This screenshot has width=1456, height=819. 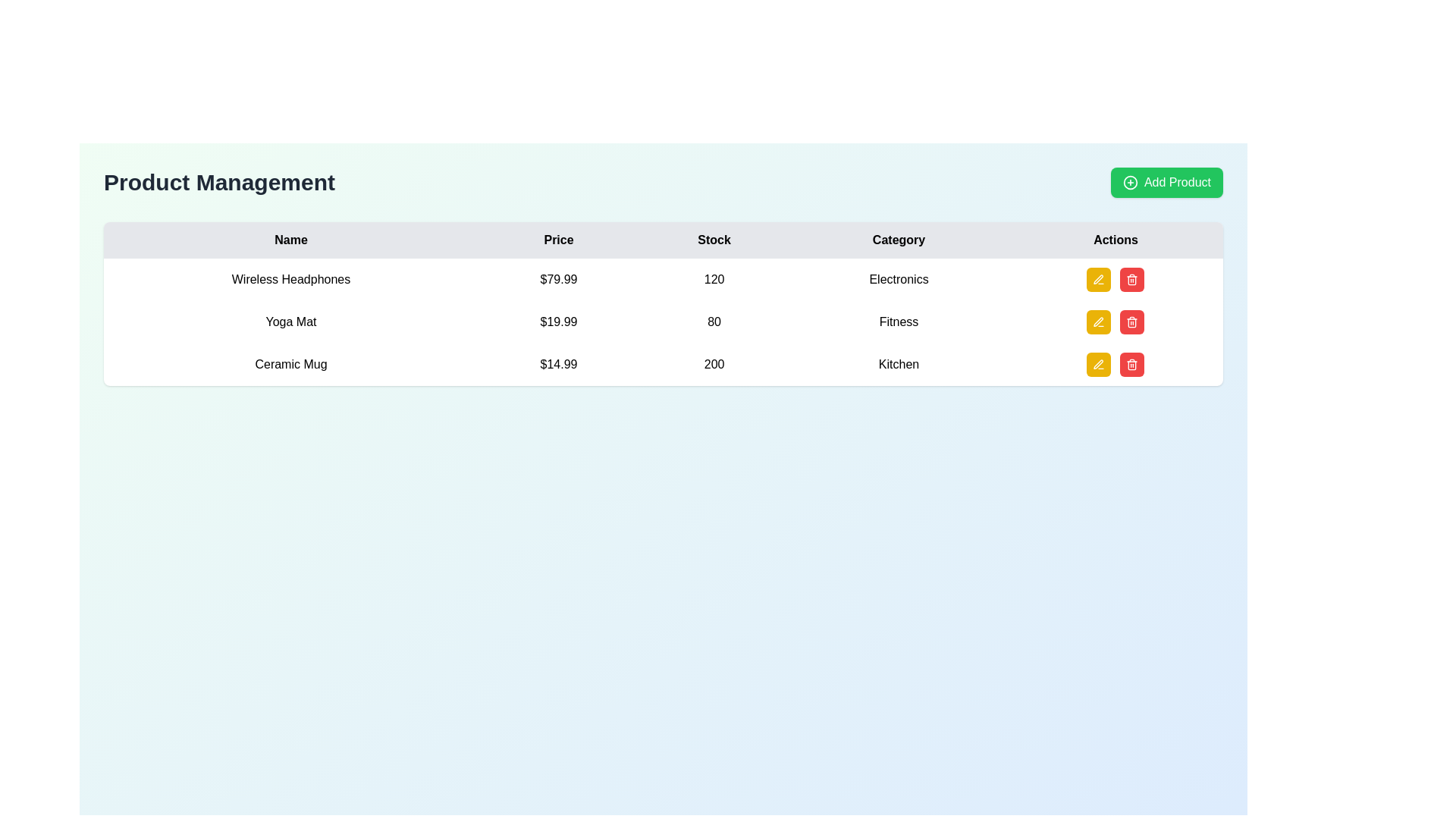 I want to click on the static text display showing the stock quantity of the product 'Yoga Mat', located in the third column labeled 'Stock' of the table, second row, between the price '$19.99' and the category 'Fitness', so click(x=714, y=321).